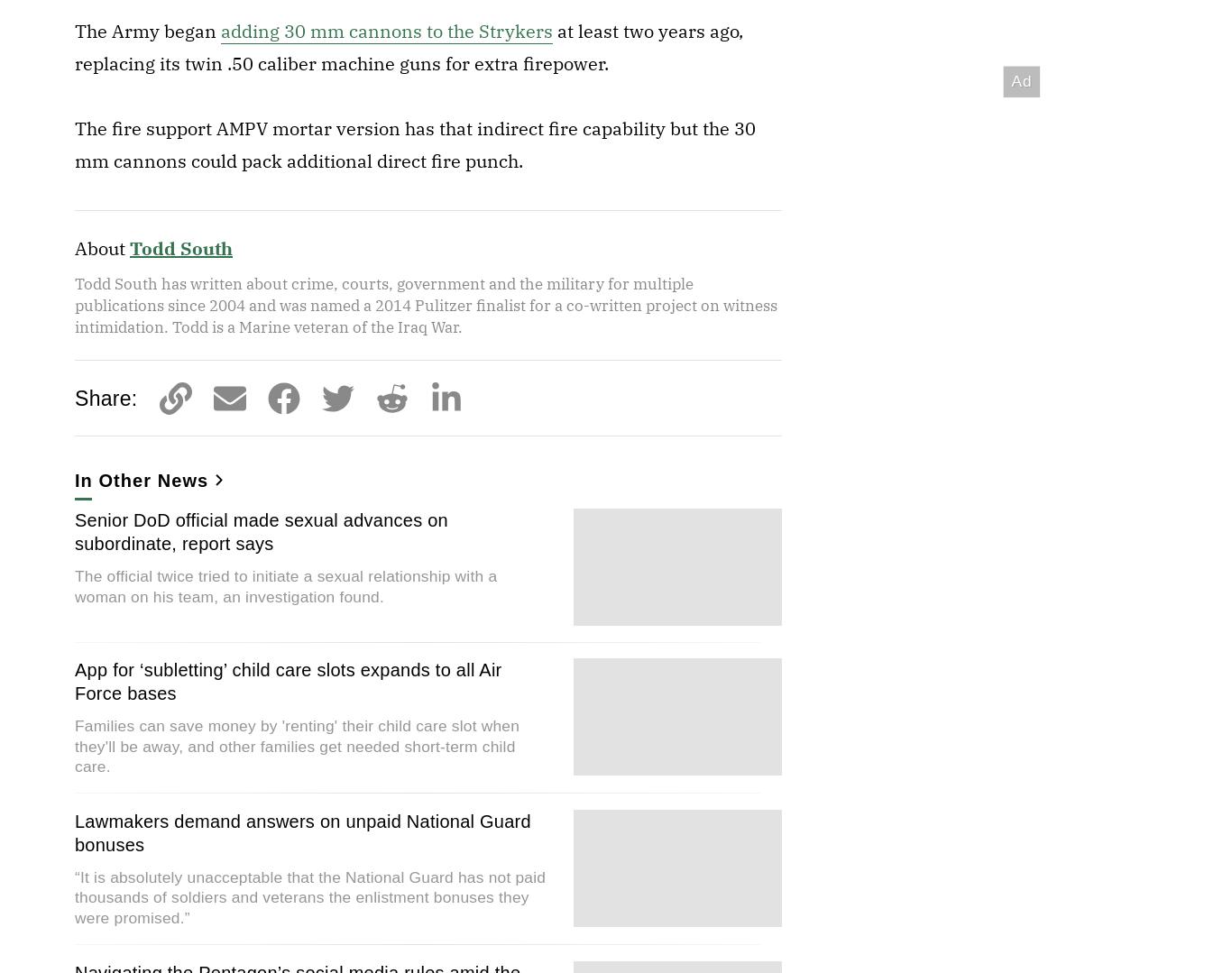  What do you see at coordinates (140, 481) in the screenshot?
I see `'In Other News'` at bounding box center [140, 481].